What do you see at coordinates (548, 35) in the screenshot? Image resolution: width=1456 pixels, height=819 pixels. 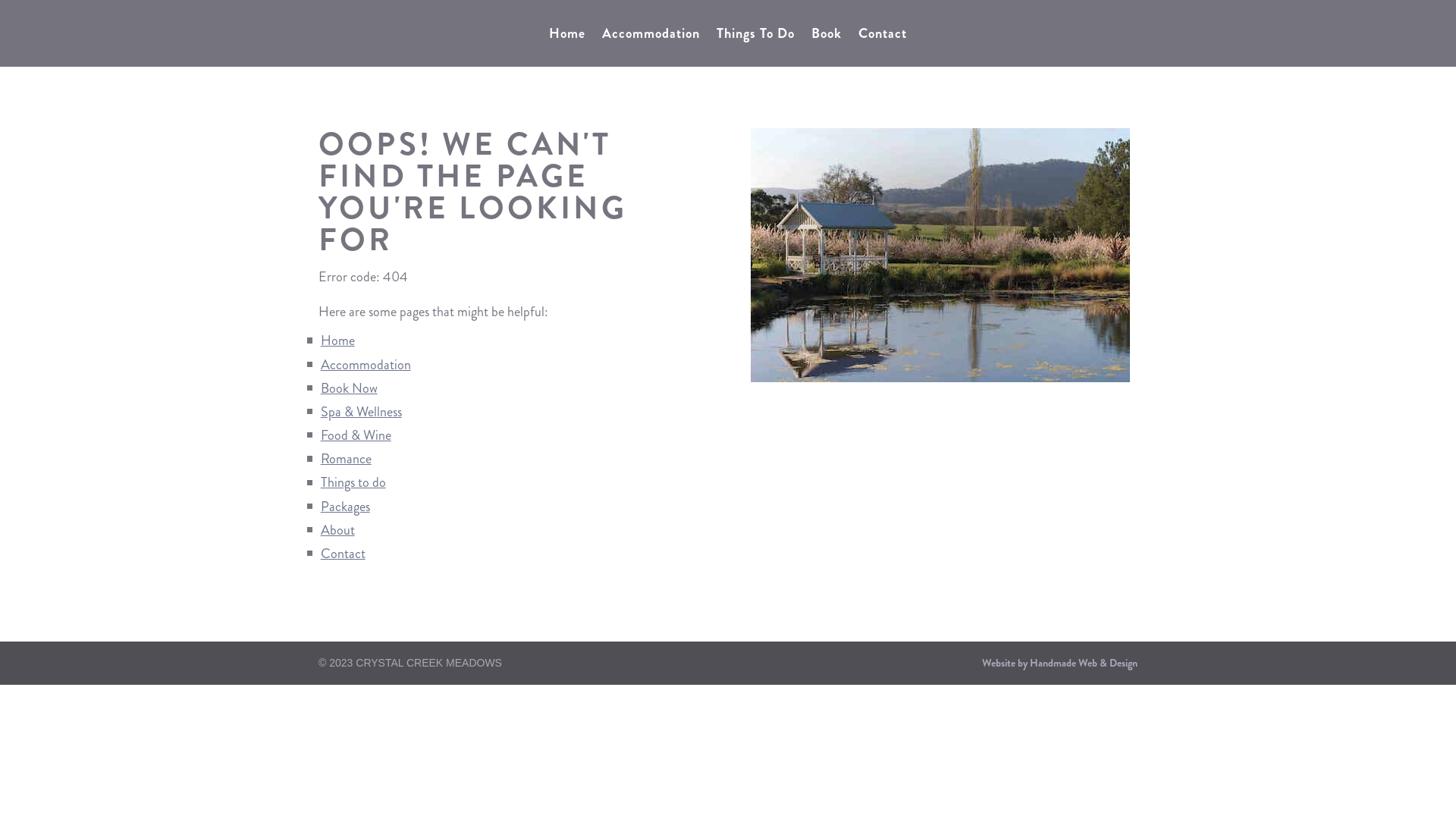 I see `'Home'` at bounding box center [548, 35].